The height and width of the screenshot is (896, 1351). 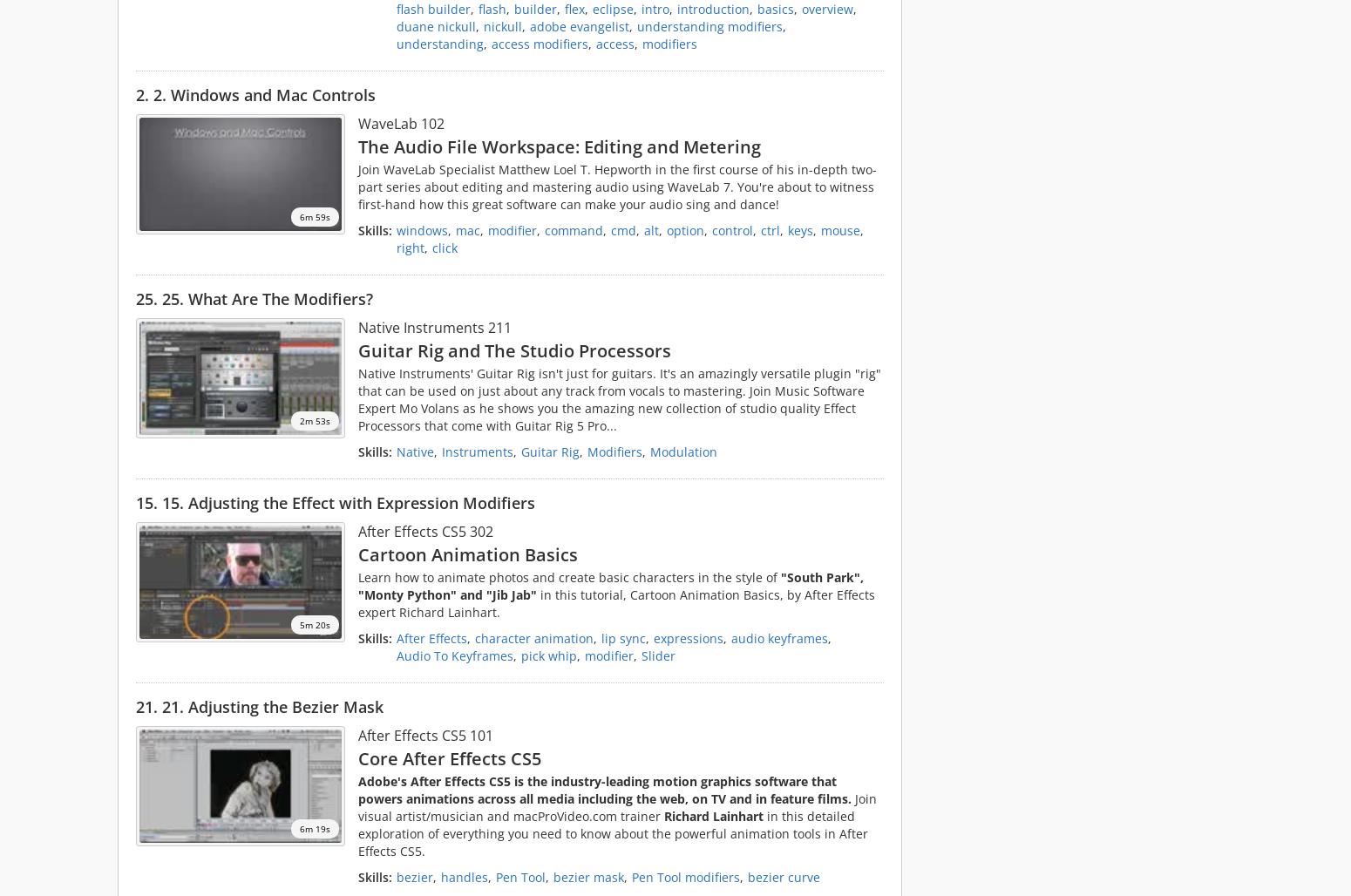 I want to click on 'Modulation', so click(x=682, y=451).